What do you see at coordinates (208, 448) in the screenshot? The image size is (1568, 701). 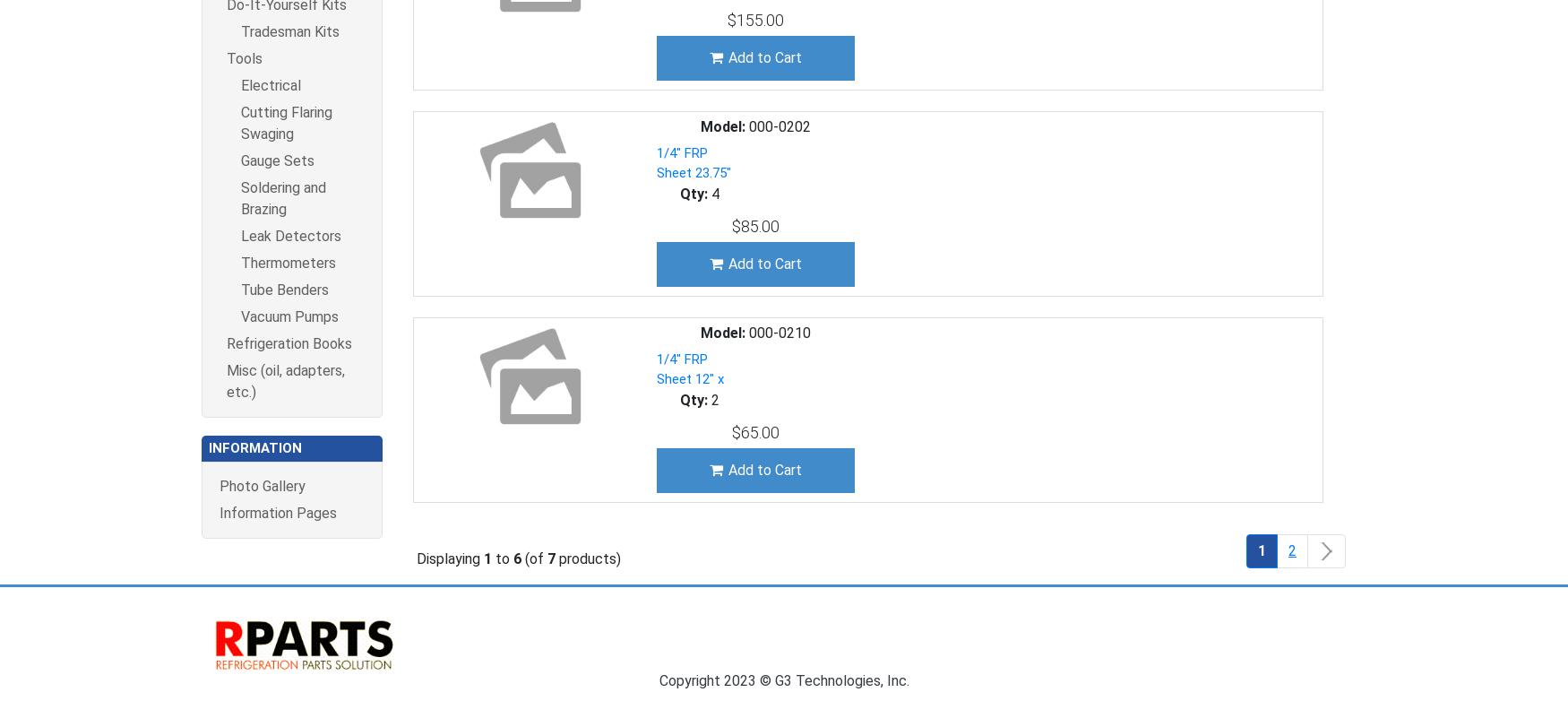 I see `'Information'` at bounding box center [208, 448].